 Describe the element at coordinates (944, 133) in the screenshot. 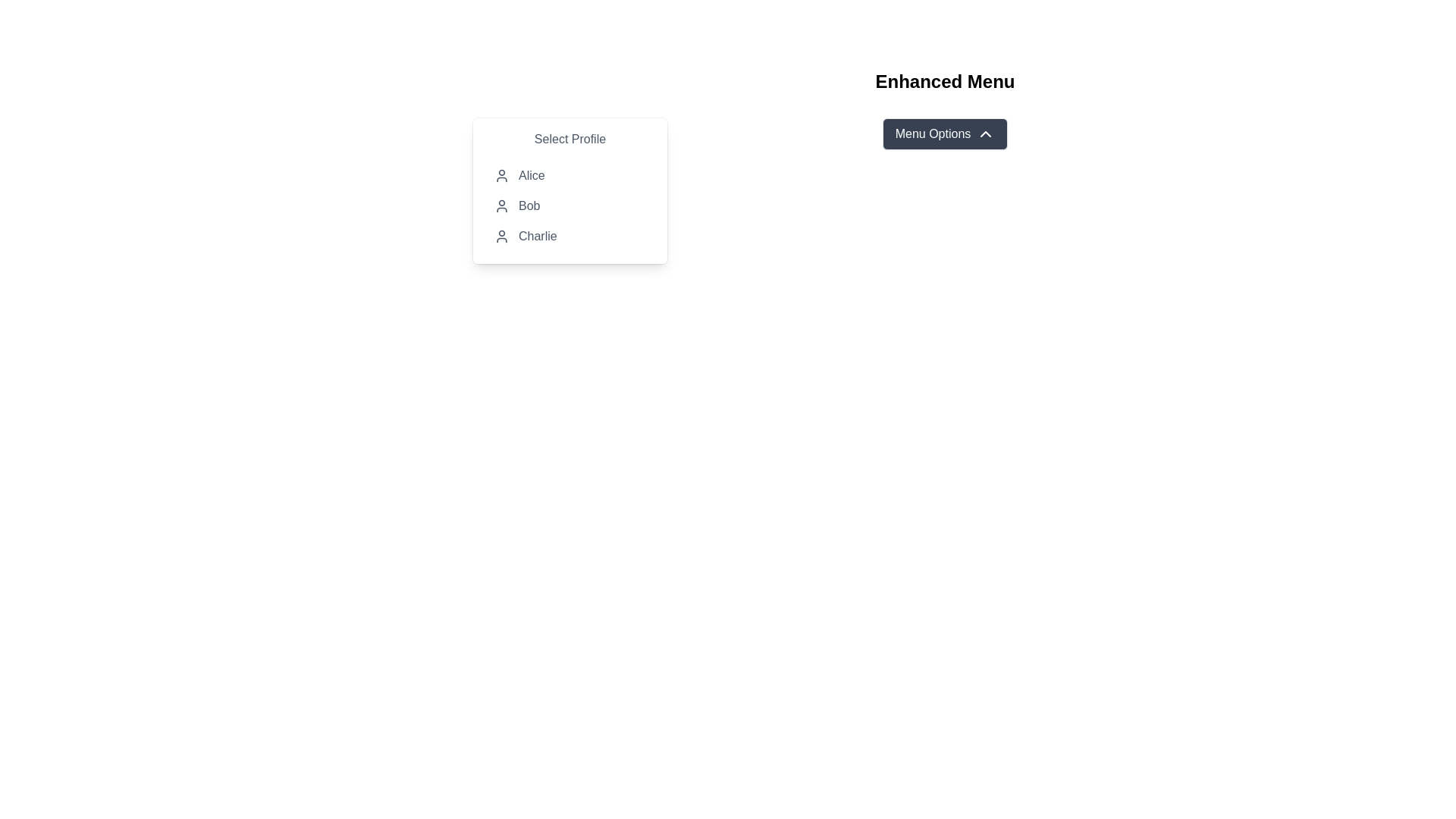

I see `the 'Menu Options' button, which is a rectangular button with rounded corners, dark gray background, white text, and an upward-pointing chevron icon` at that location.